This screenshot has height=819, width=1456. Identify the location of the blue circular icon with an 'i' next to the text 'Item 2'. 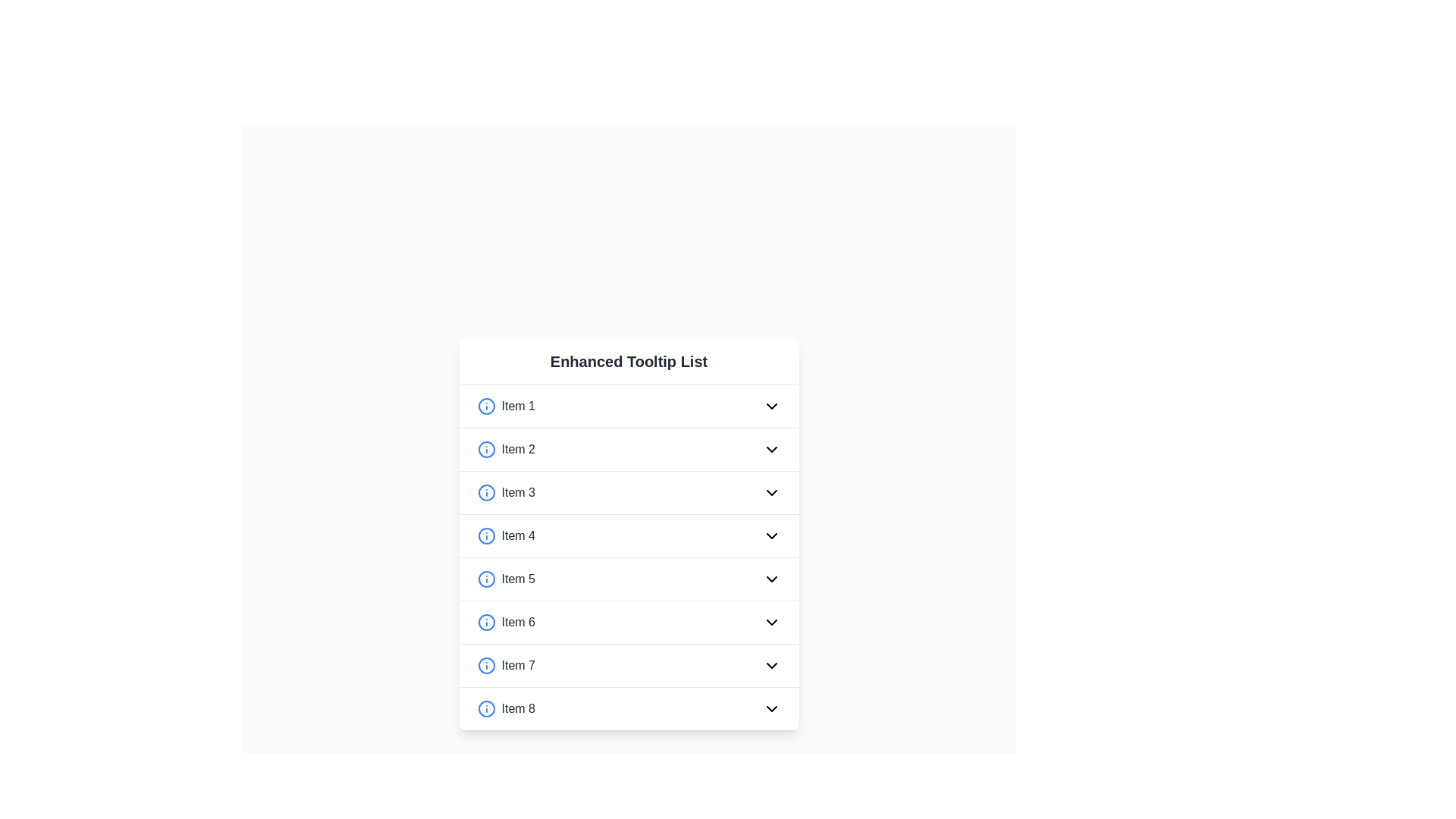
(506, 449).